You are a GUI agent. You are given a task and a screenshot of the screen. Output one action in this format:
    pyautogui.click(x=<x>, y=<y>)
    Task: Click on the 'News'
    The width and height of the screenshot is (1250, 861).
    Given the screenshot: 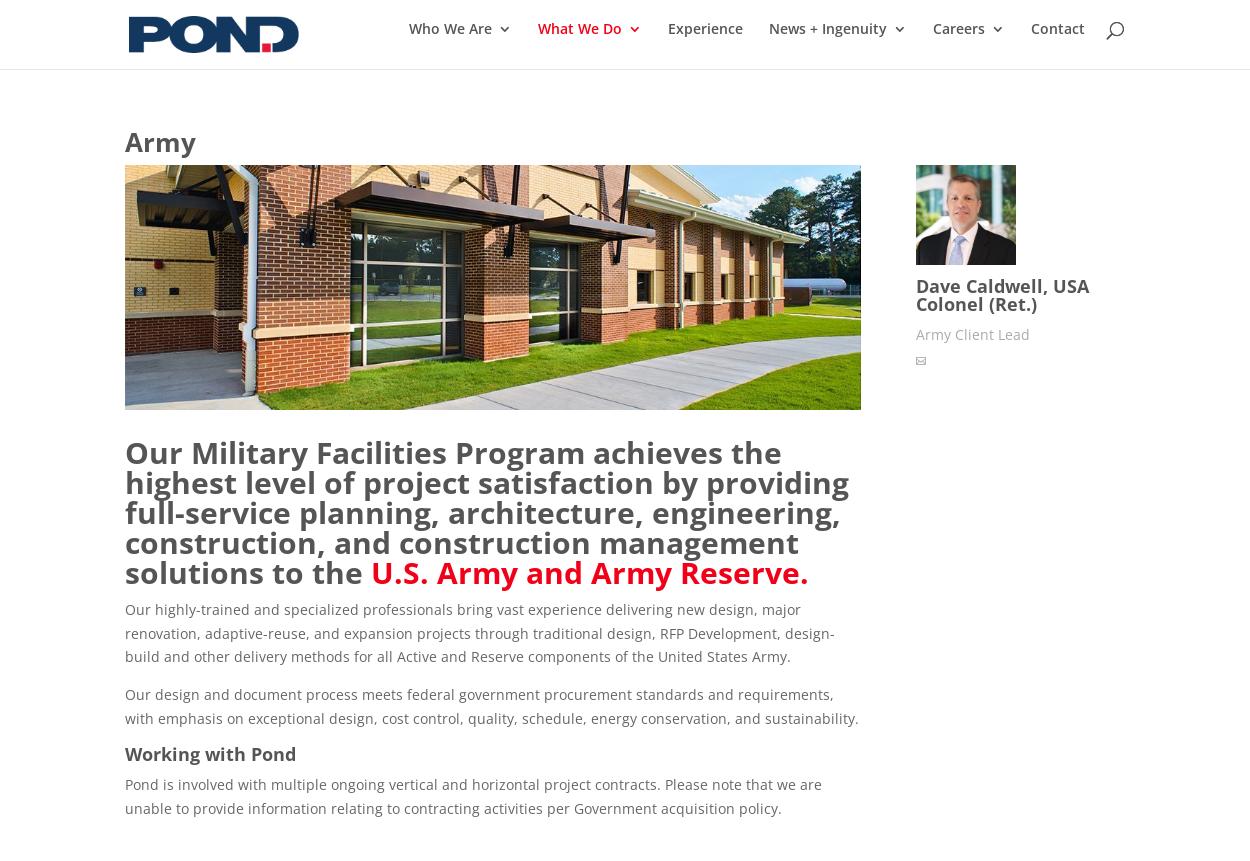 What is the action you would take?
    pyautogui.click(x=826, y=117)
    